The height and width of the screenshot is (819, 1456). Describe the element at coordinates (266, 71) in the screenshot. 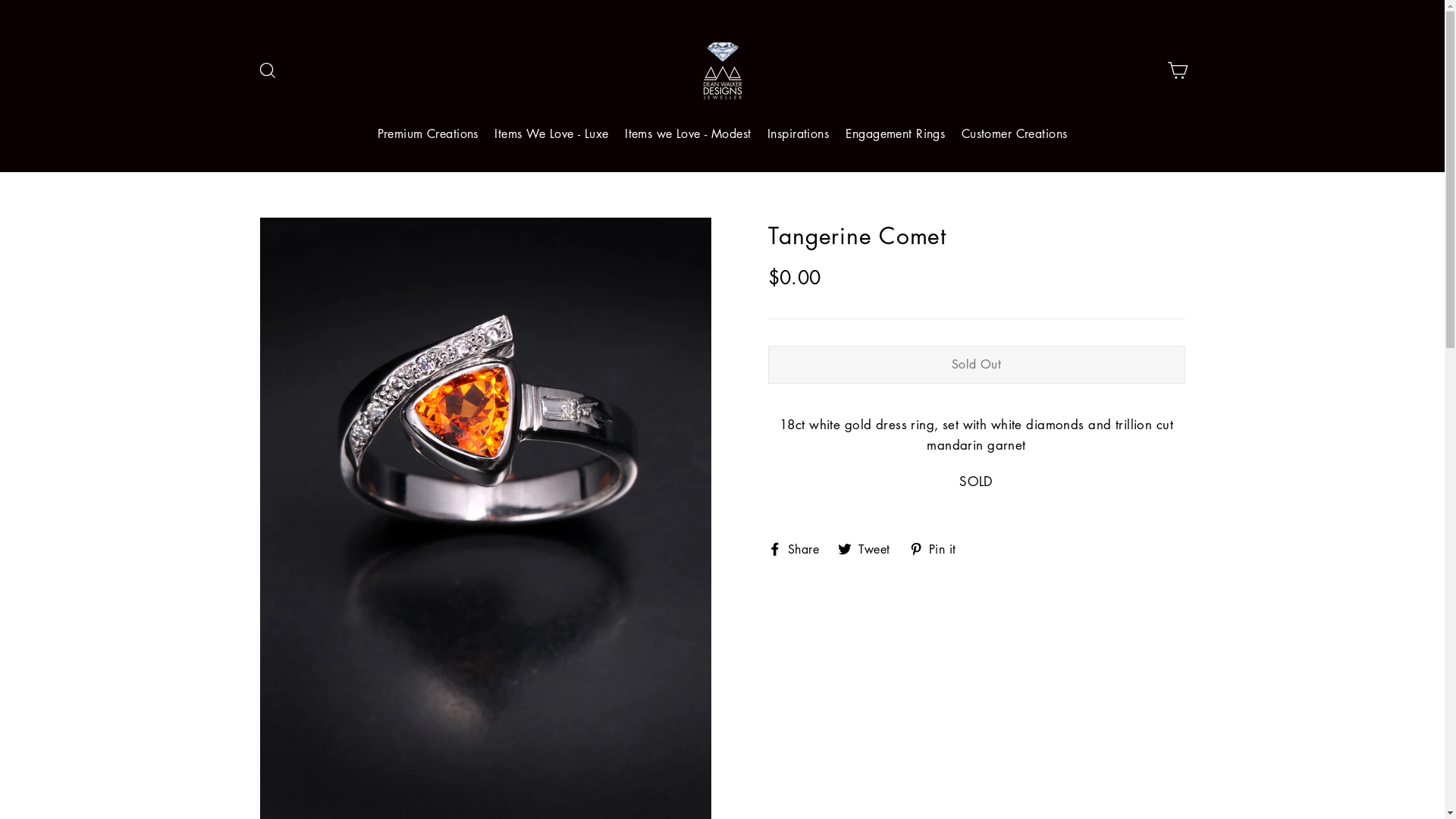

I see `'Search'` at that location.